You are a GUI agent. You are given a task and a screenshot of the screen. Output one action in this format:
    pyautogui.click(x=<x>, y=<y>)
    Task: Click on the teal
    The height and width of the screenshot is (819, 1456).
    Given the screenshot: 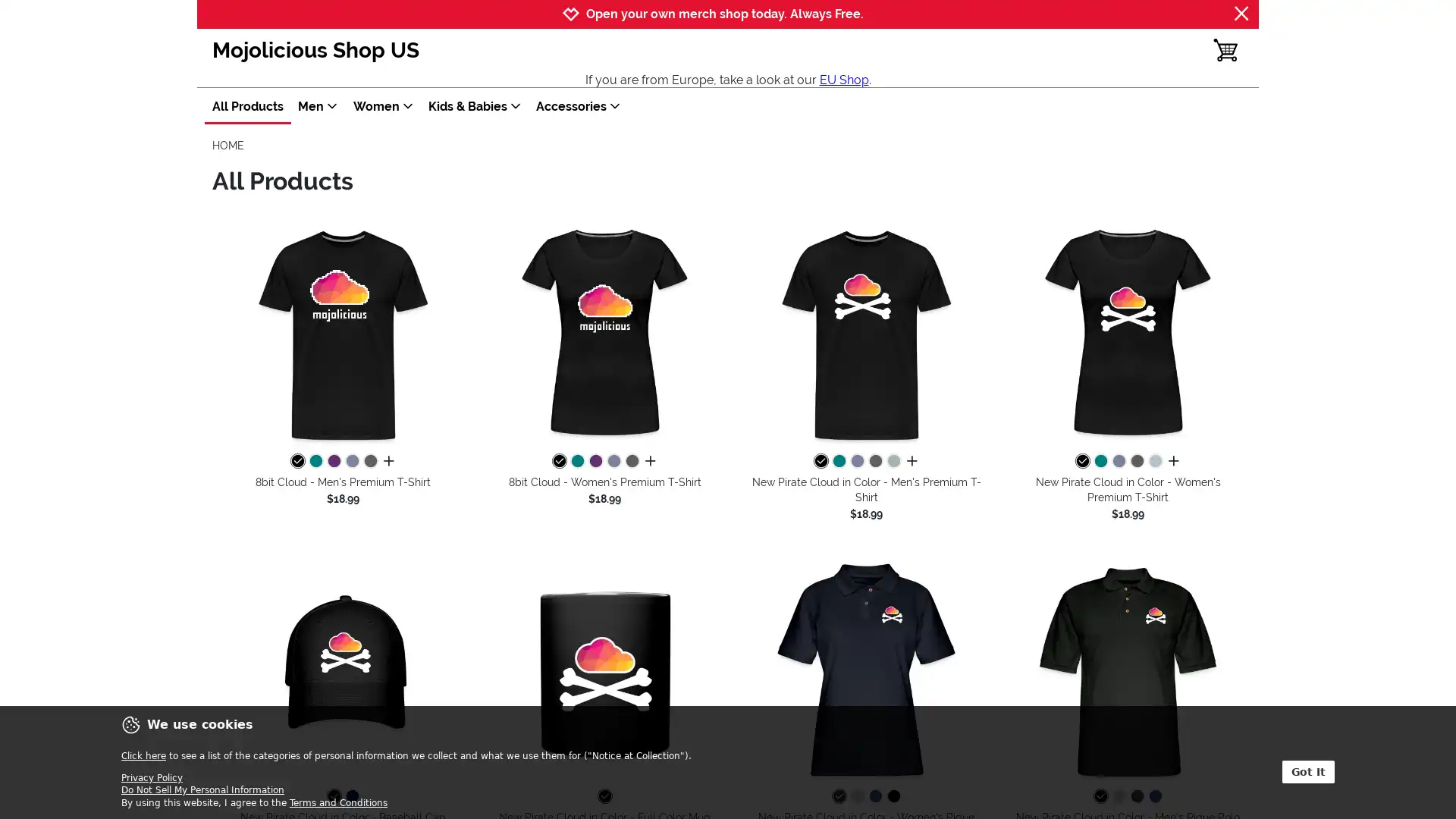 What is the action you would take?
    pyautogui.click(x=837, y=461)
    